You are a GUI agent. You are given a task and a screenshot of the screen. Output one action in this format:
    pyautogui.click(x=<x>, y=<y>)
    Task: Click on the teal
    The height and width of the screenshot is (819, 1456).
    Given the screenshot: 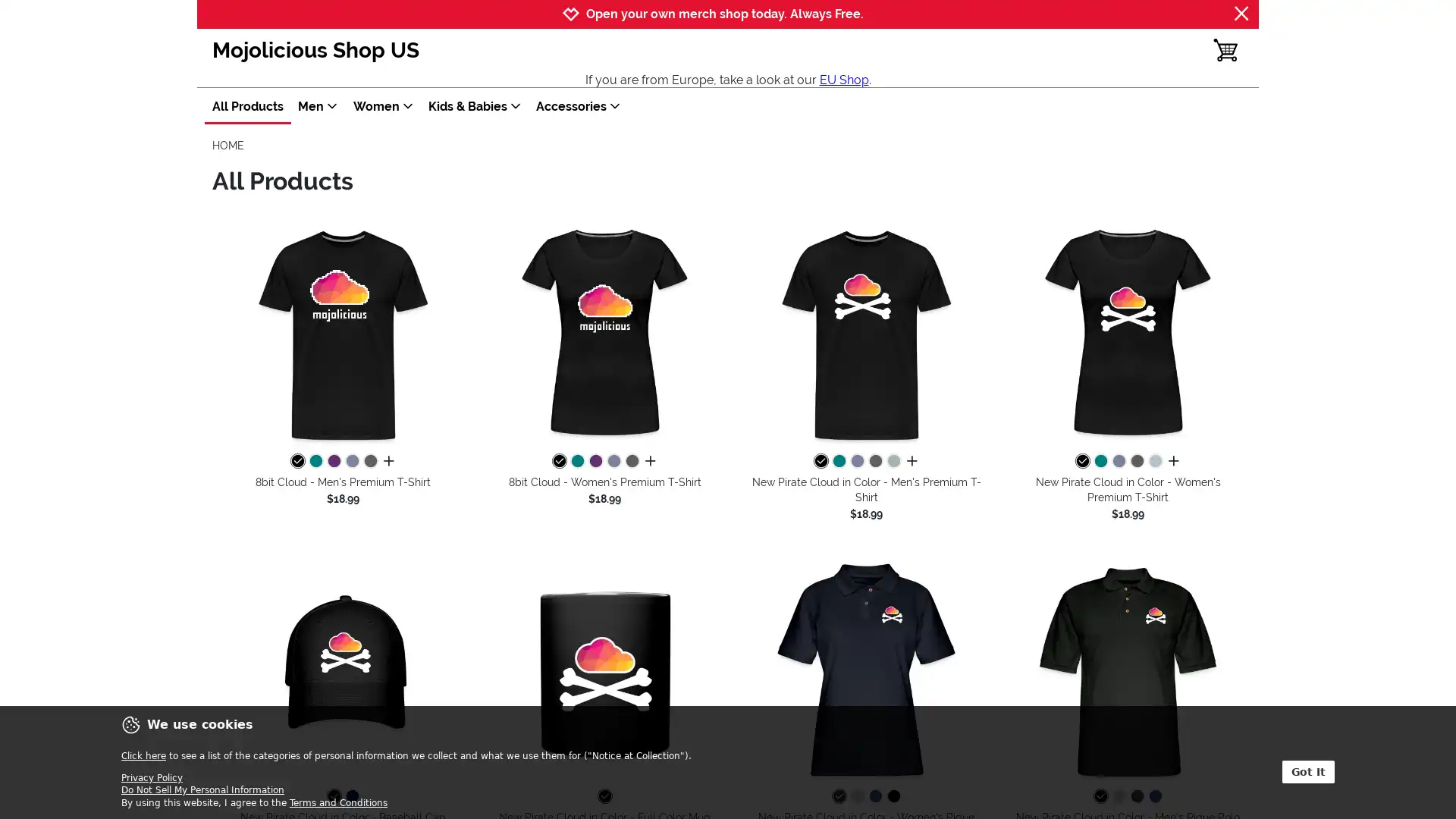 What is the action you would take?
    pyautogui.click(x=837, y=461)
    